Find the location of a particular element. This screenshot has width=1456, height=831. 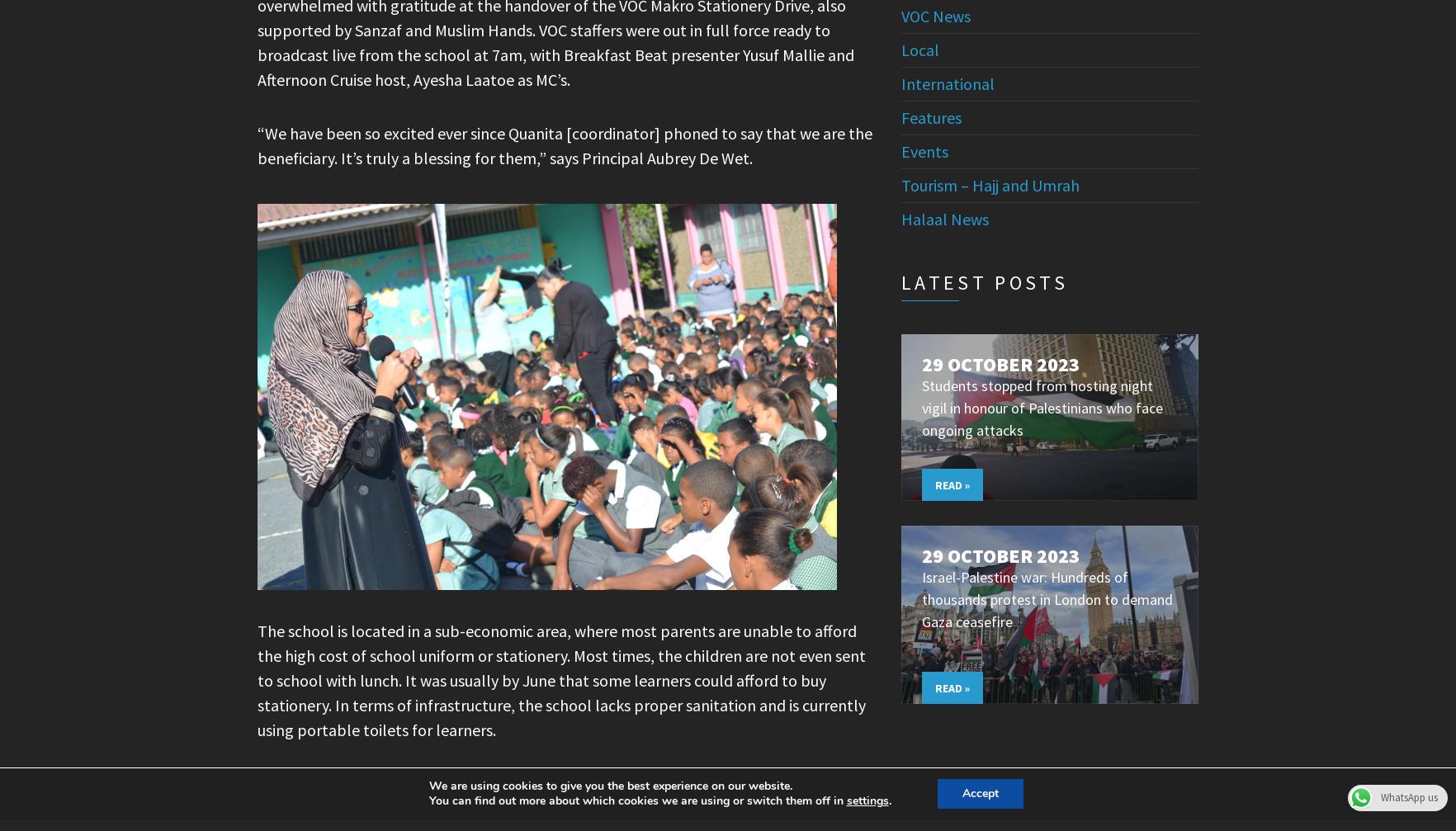

'VOC News' is located at coordinates (901, 15).